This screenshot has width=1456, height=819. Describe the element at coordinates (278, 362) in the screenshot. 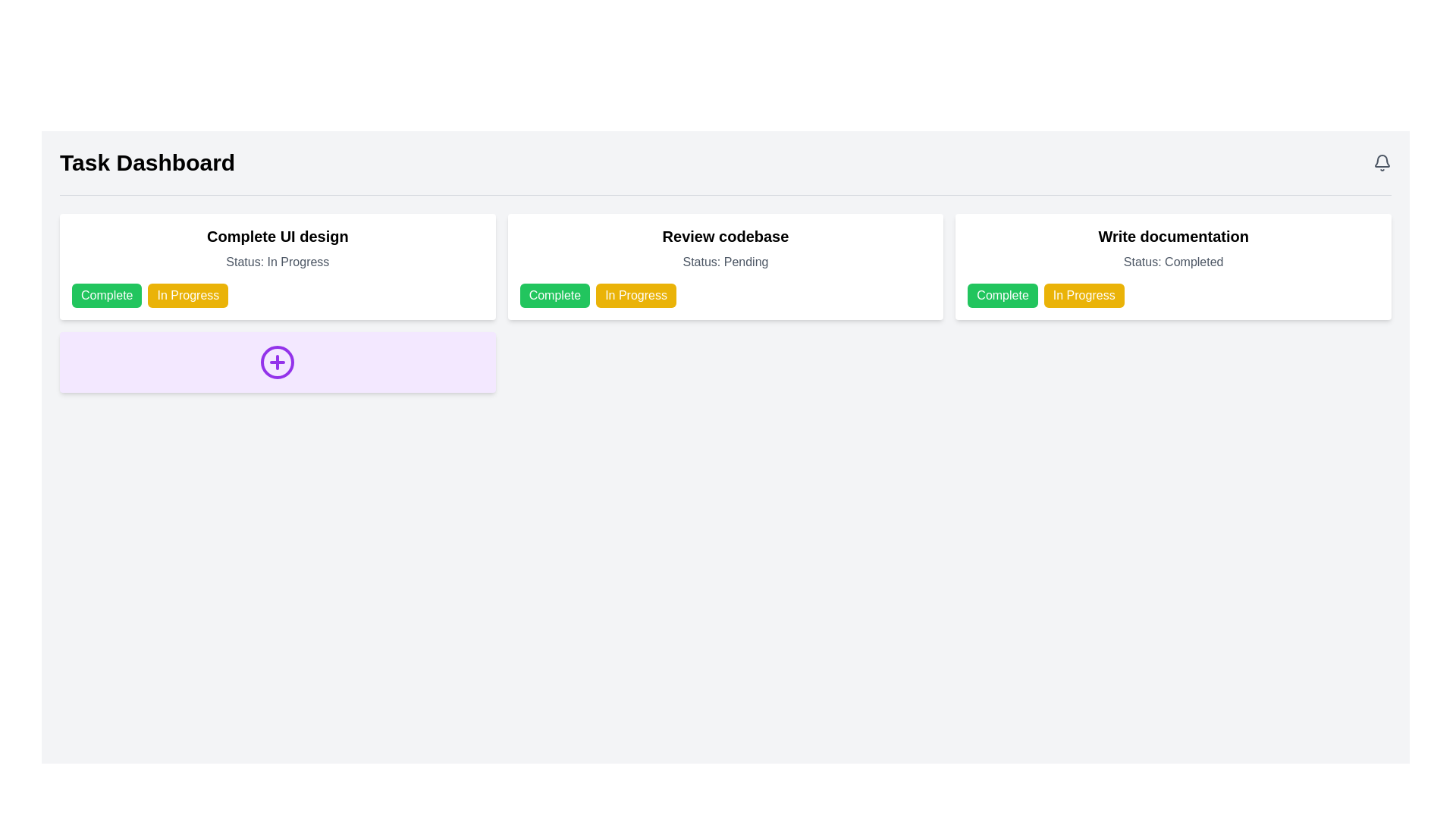

I see `the circular button with a purple border and a plus sign in the center` at that location.